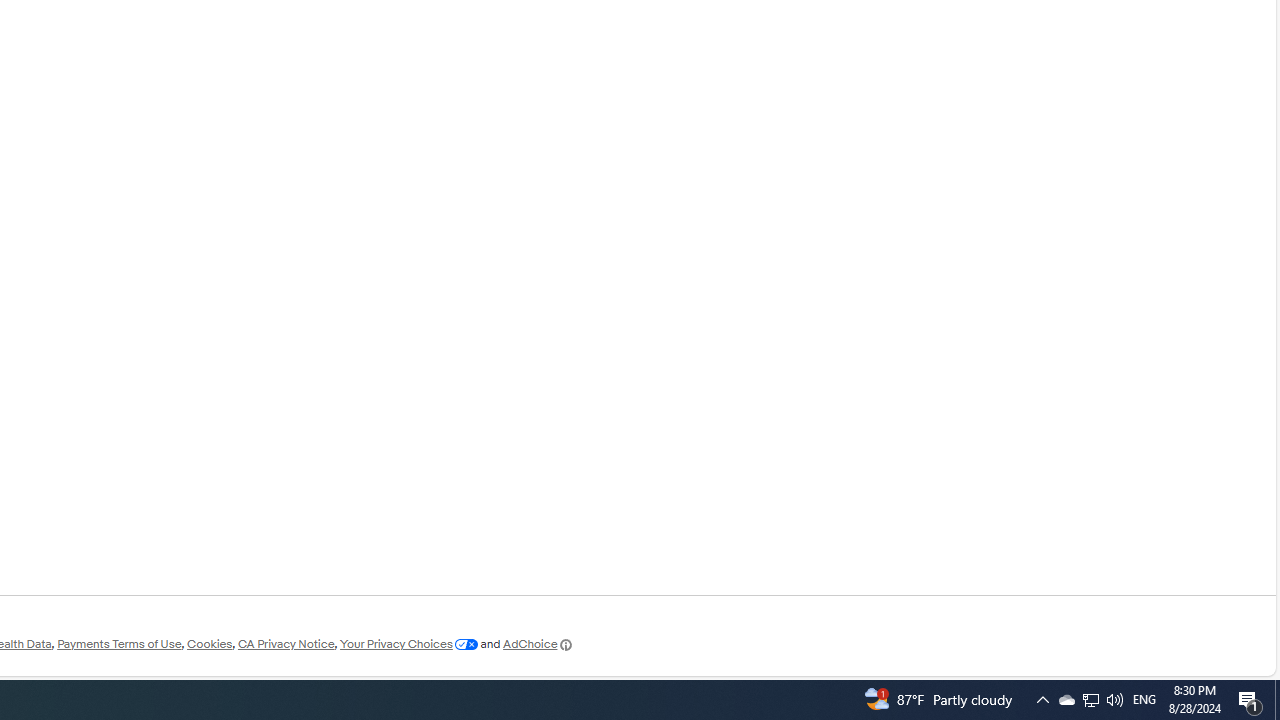 The height and width of the screenshot is (720, 1280). Describe the element at coordinates (209, 644) in the screenshot. I see `'Cookies'` at that location.